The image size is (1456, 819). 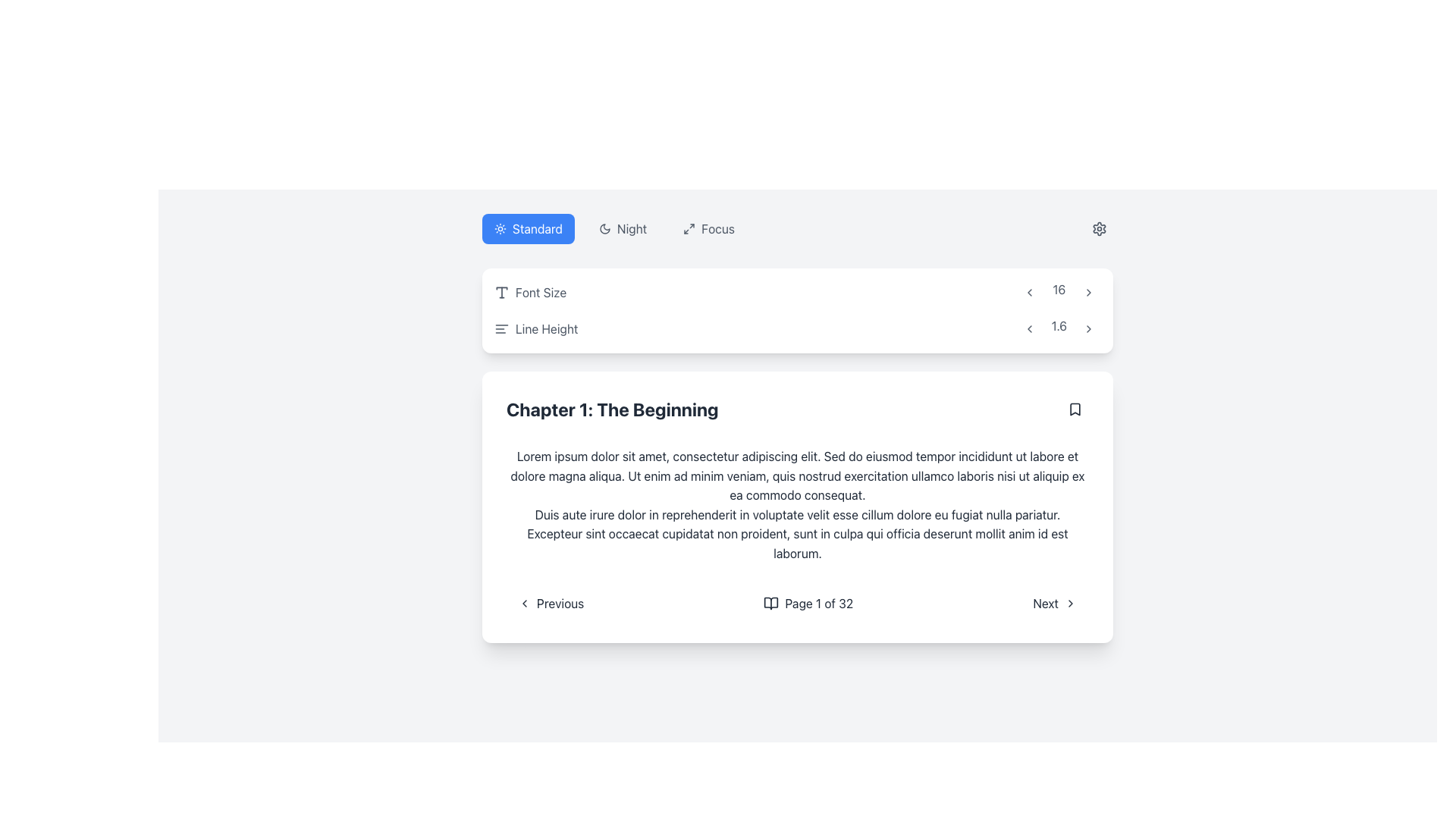 I want to click on the 'Next' button located at the bottom-right corner of the chapter content card, so click(x=1054, y=602).